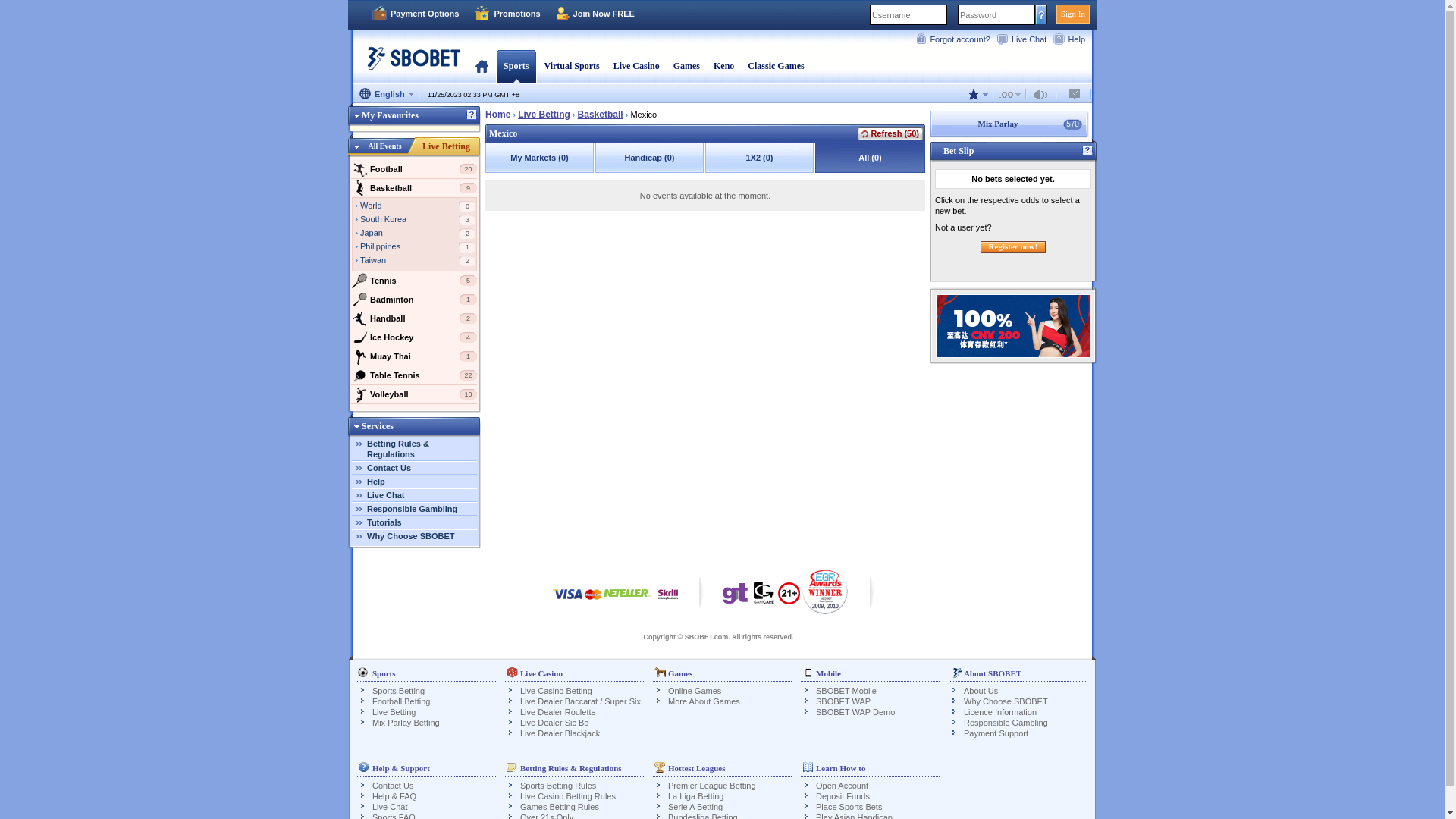 This screenshot has height=819, width=1456. What do you see at coordinates (372, 795) in the screenshot?
I see `'Help & FAQ'` at bounding box center [372, 795].